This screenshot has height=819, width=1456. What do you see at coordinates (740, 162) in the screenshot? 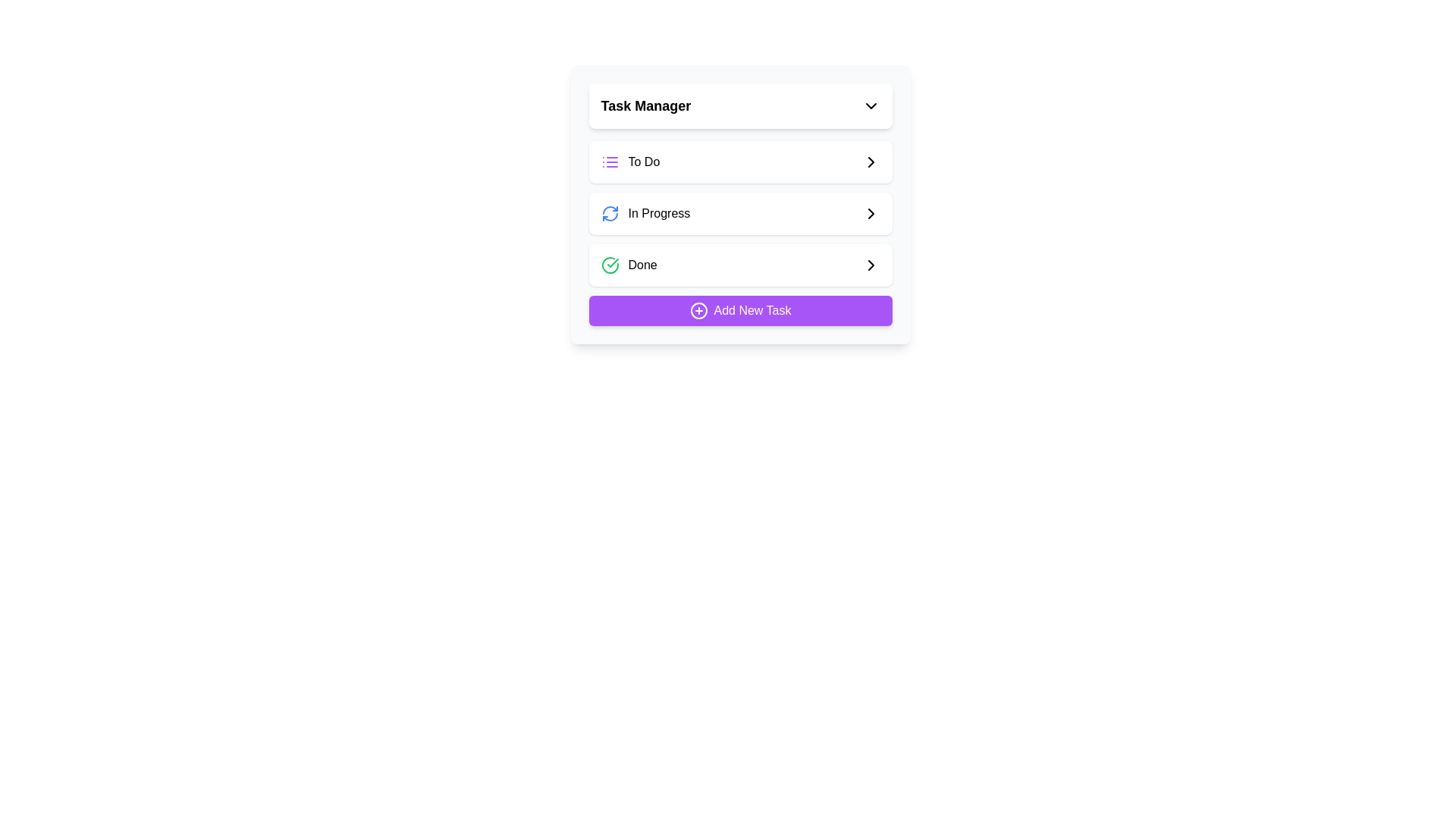
I see `the 'To Do' category button in the task management application` at bounding box center [740, 162].